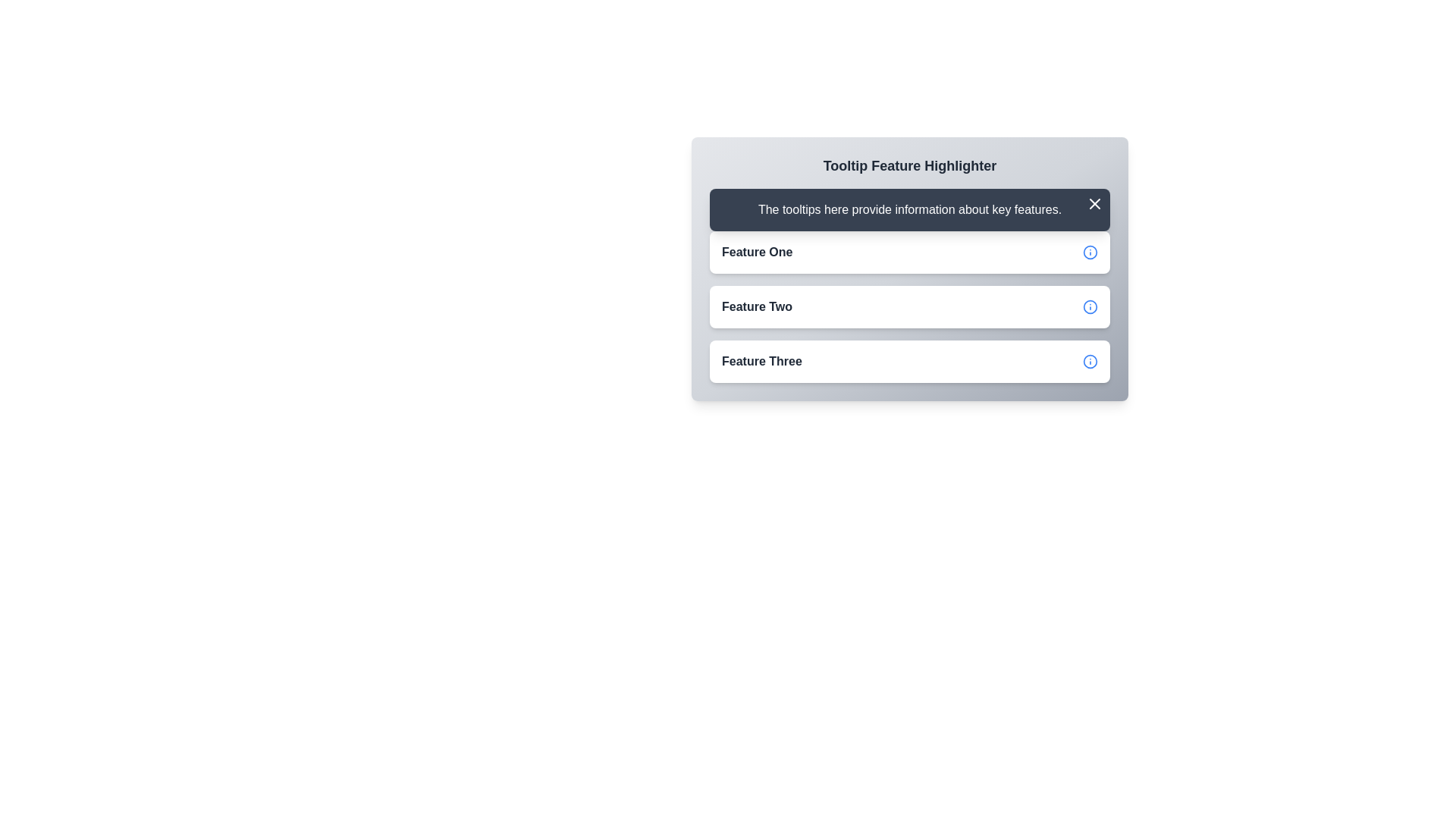 The height and width of the screenshot is (819, 1456). I want to click on text from the 'Feature One' text label, which is styled with a bold font and dark gray color, located on the first card in a vertical list of elements, so click(757, 251).